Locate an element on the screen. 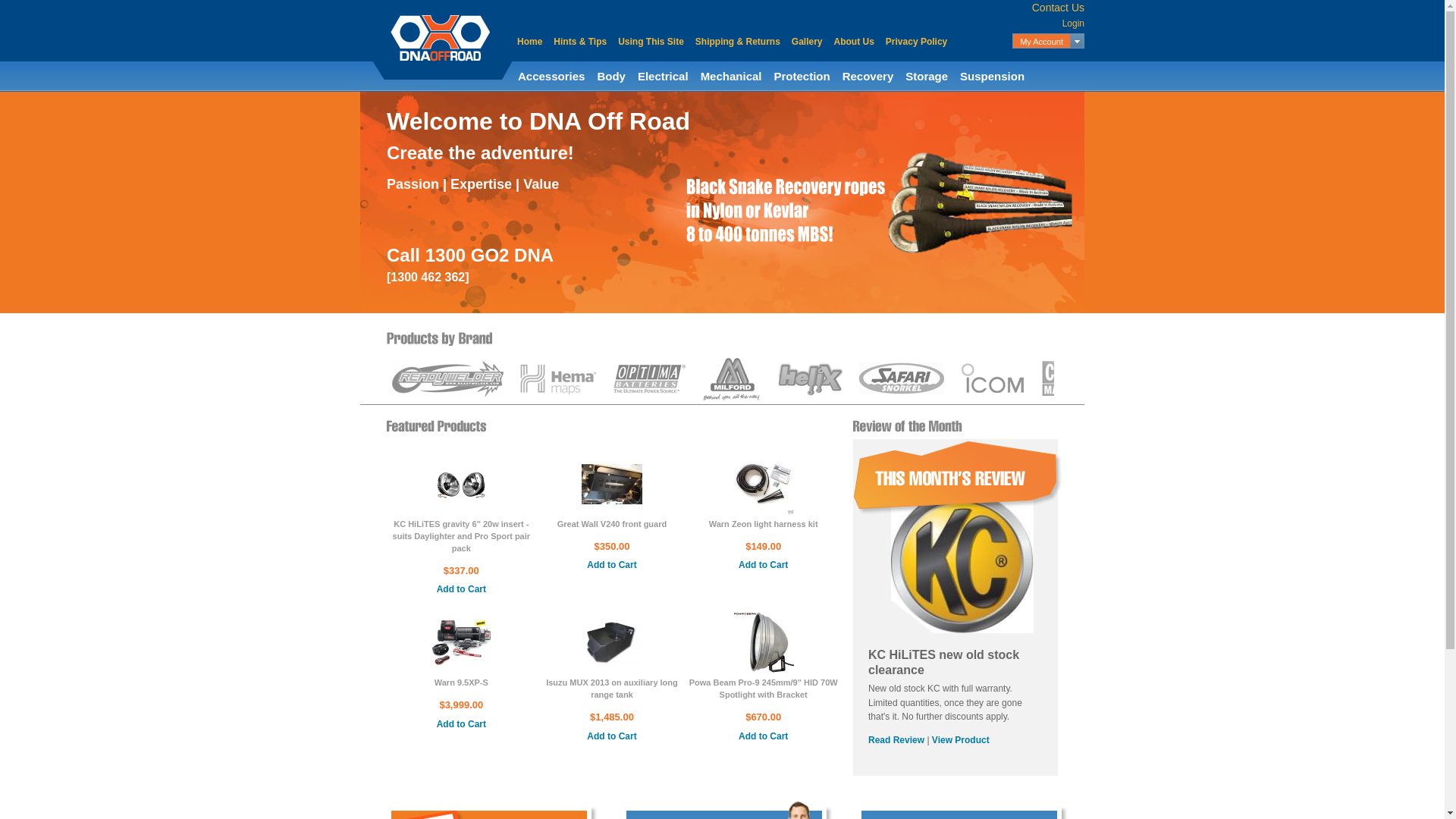 The height and width of the screenshot is (819, 1456). 'Home' is located at coordinates (529, 40).